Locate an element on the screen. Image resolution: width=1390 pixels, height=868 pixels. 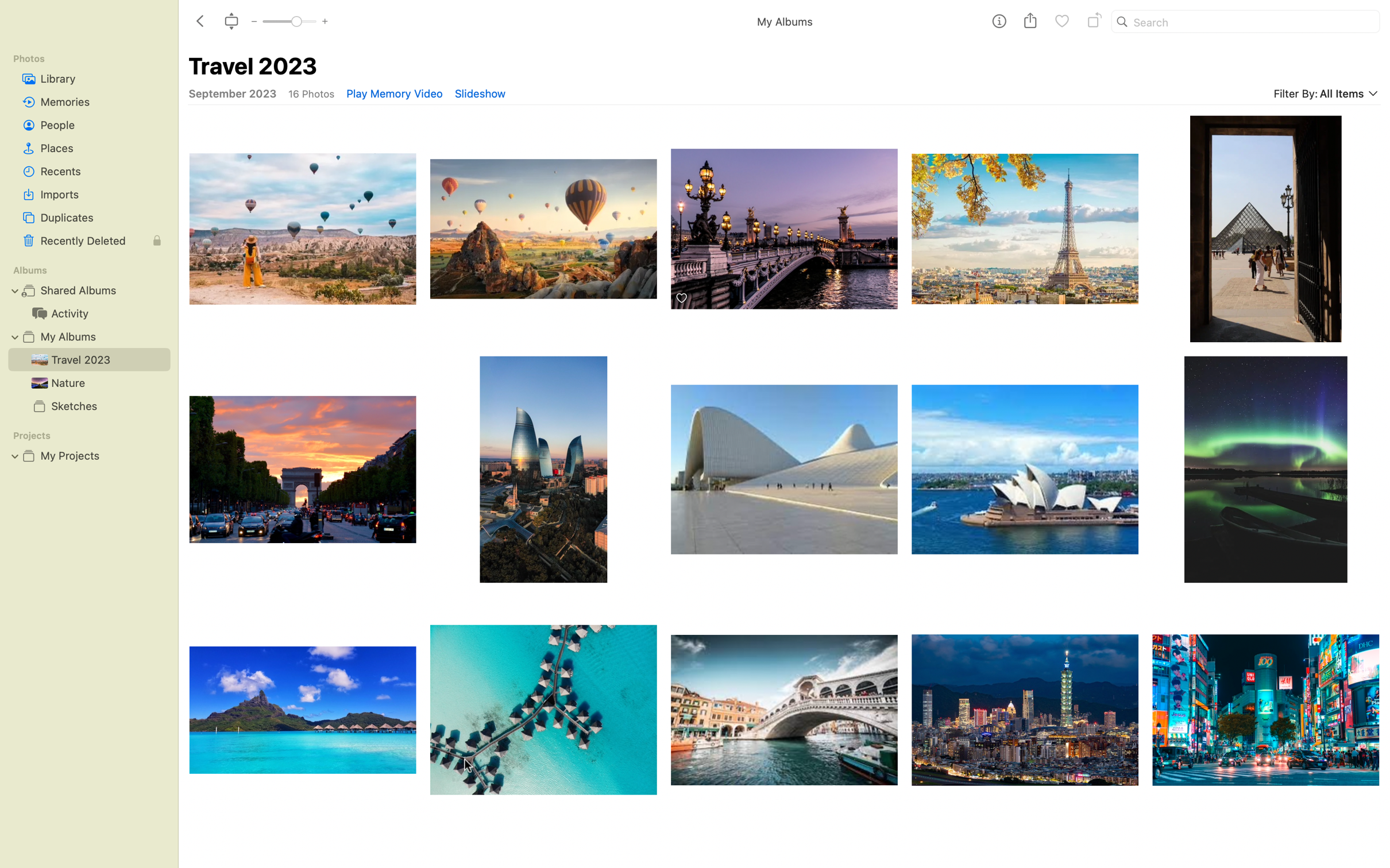
Pick the snapshot of Lotus Temple located in Sydney is located at coordinates (1025, 468).